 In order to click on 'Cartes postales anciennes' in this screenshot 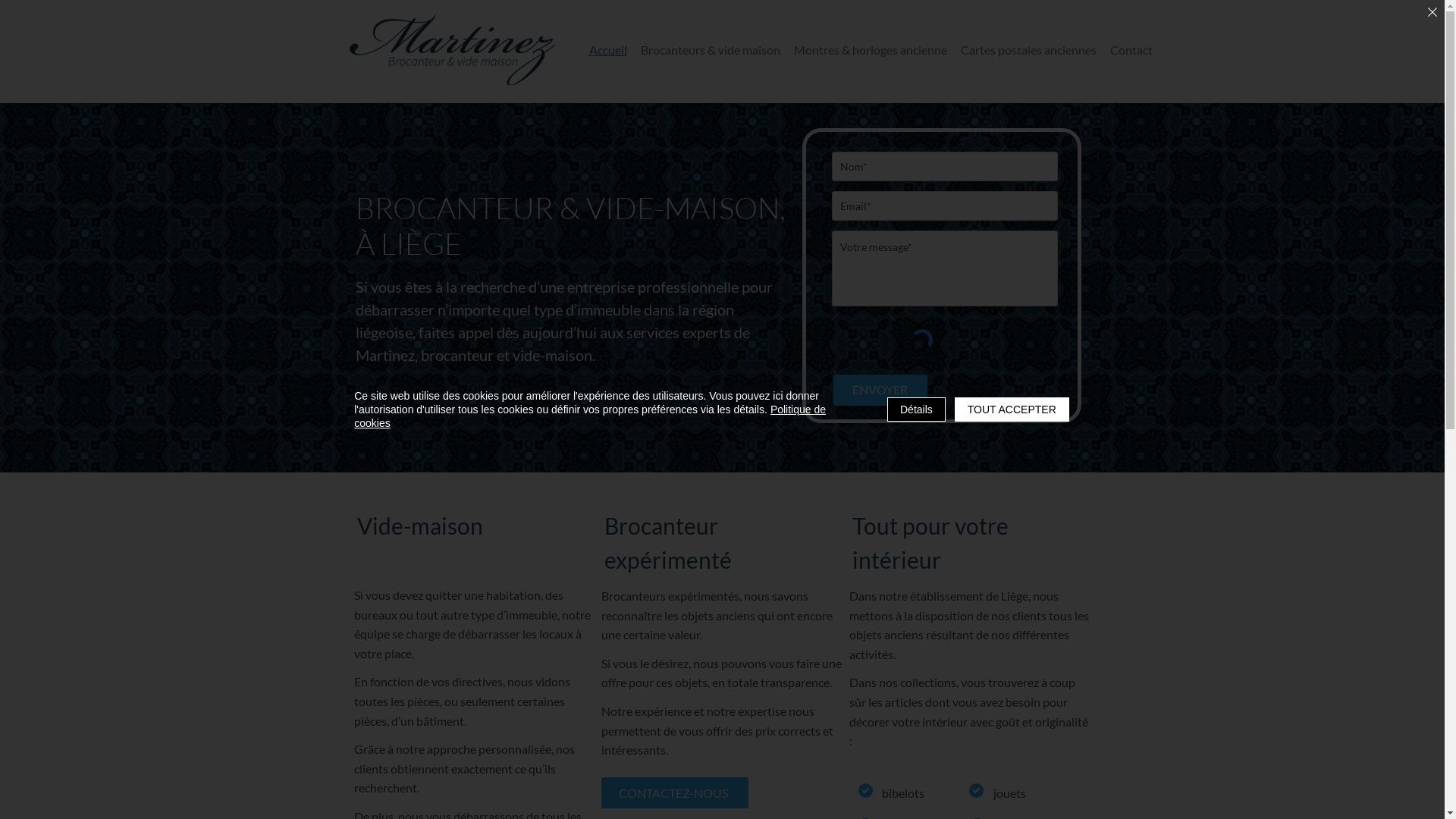, I will do `click(954, 49)`.